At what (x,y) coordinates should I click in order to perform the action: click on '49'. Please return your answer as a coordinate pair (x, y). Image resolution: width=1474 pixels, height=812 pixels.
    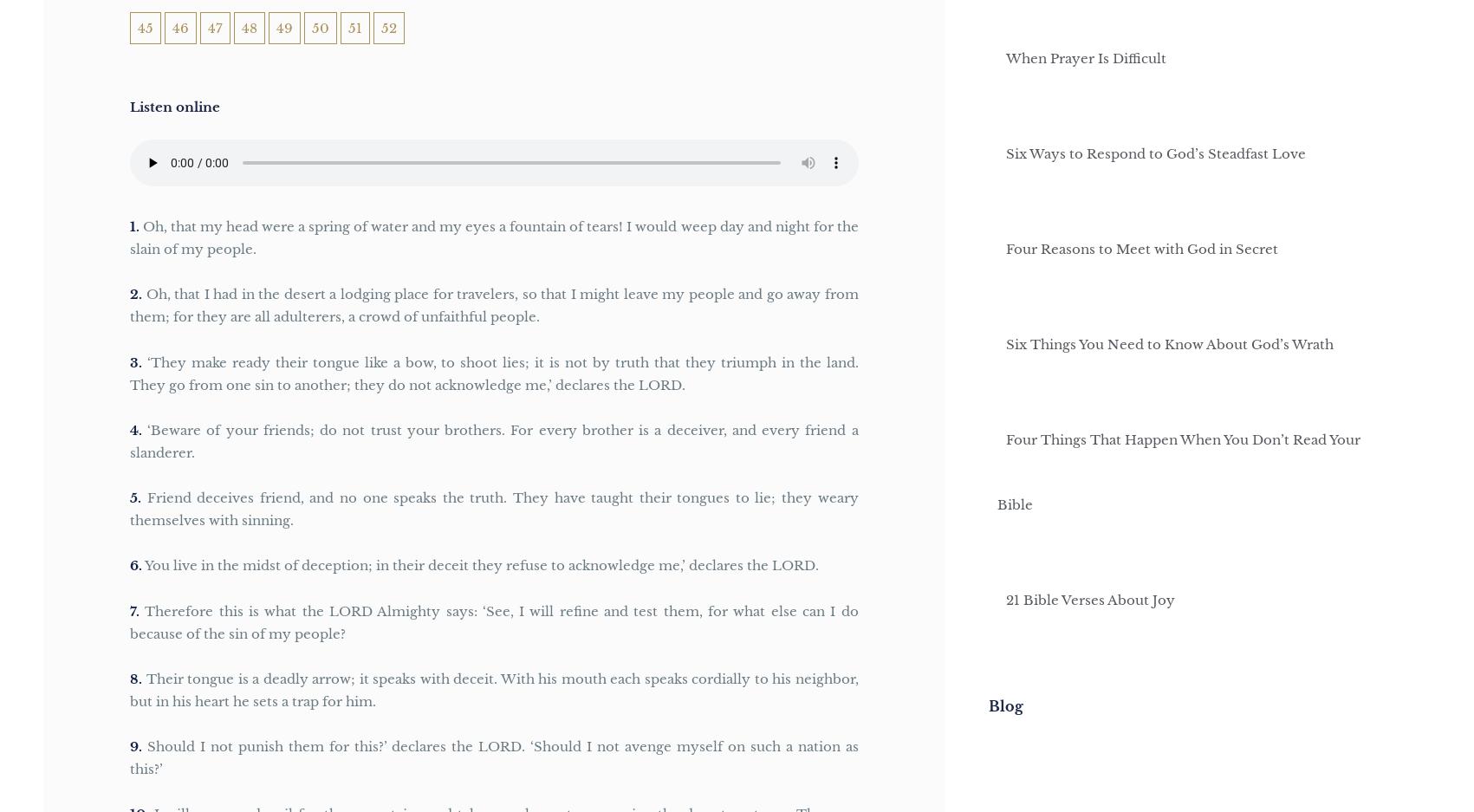
    Looking at the image, I should click on (284, 27).